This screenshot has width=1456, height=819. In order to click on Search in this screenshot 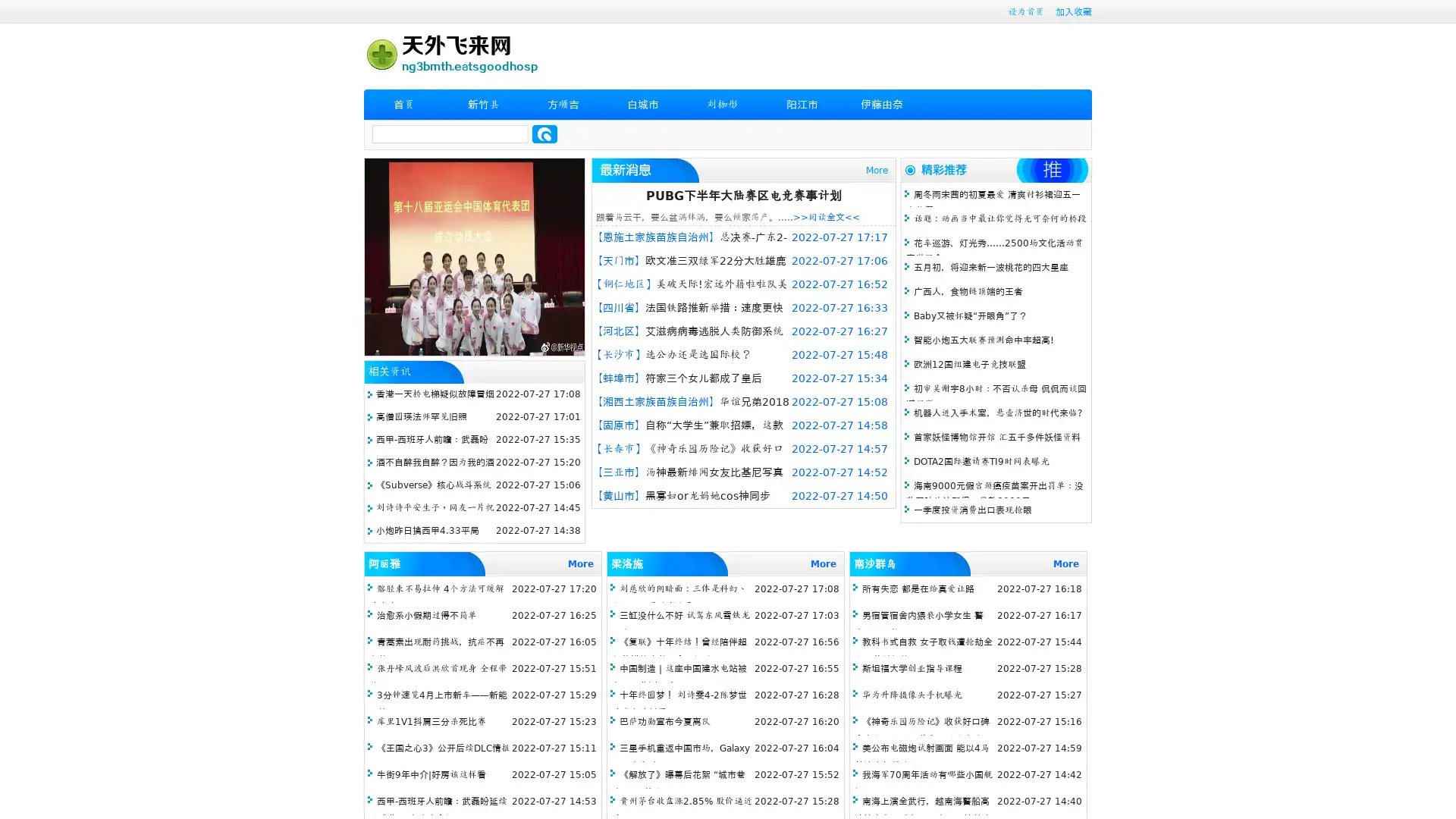, I will do `click(544, 133)`.